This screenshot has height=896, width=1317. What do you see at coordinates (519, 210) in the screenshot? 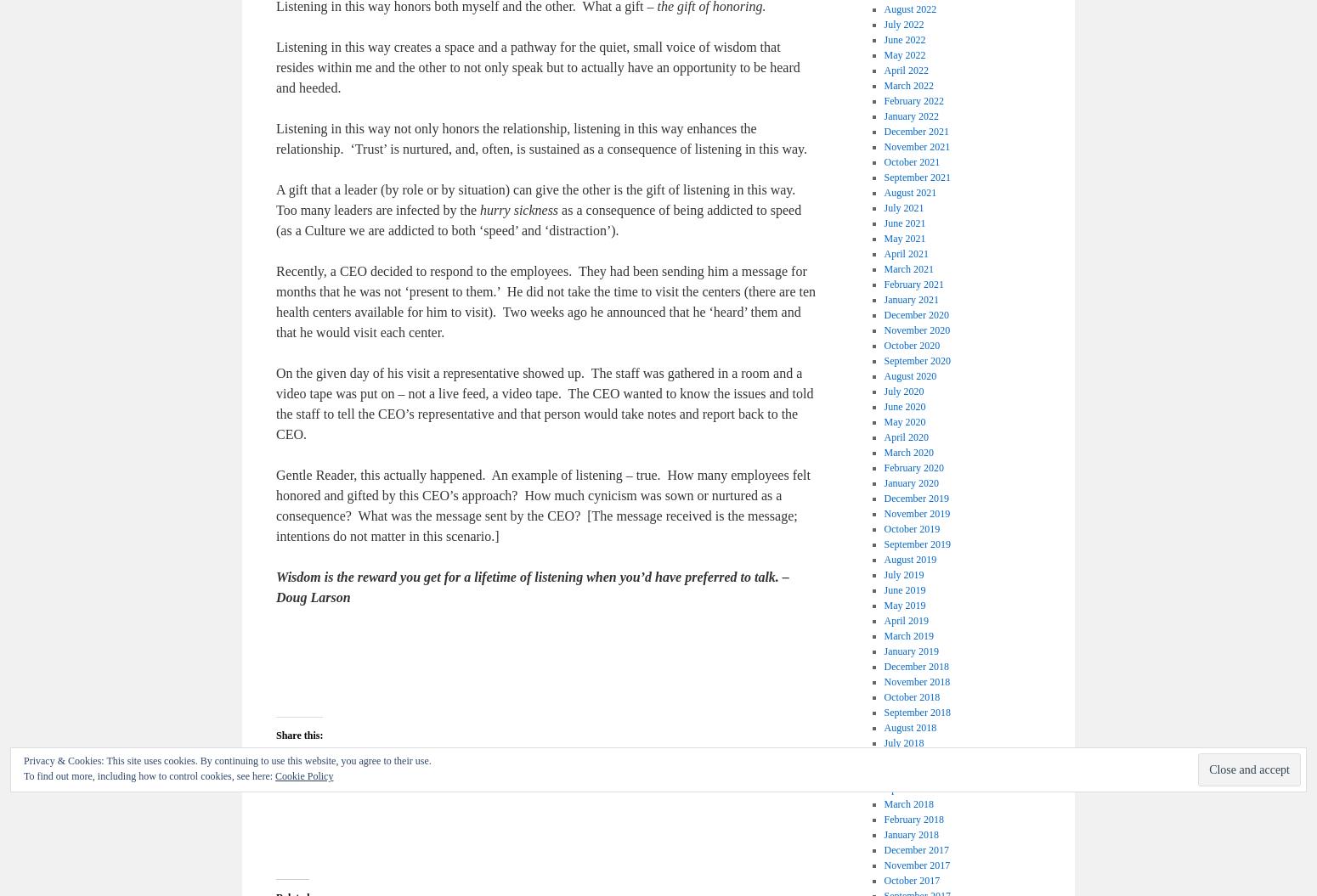
I see `'hurry sickness'` at bounding box center [519, 210].